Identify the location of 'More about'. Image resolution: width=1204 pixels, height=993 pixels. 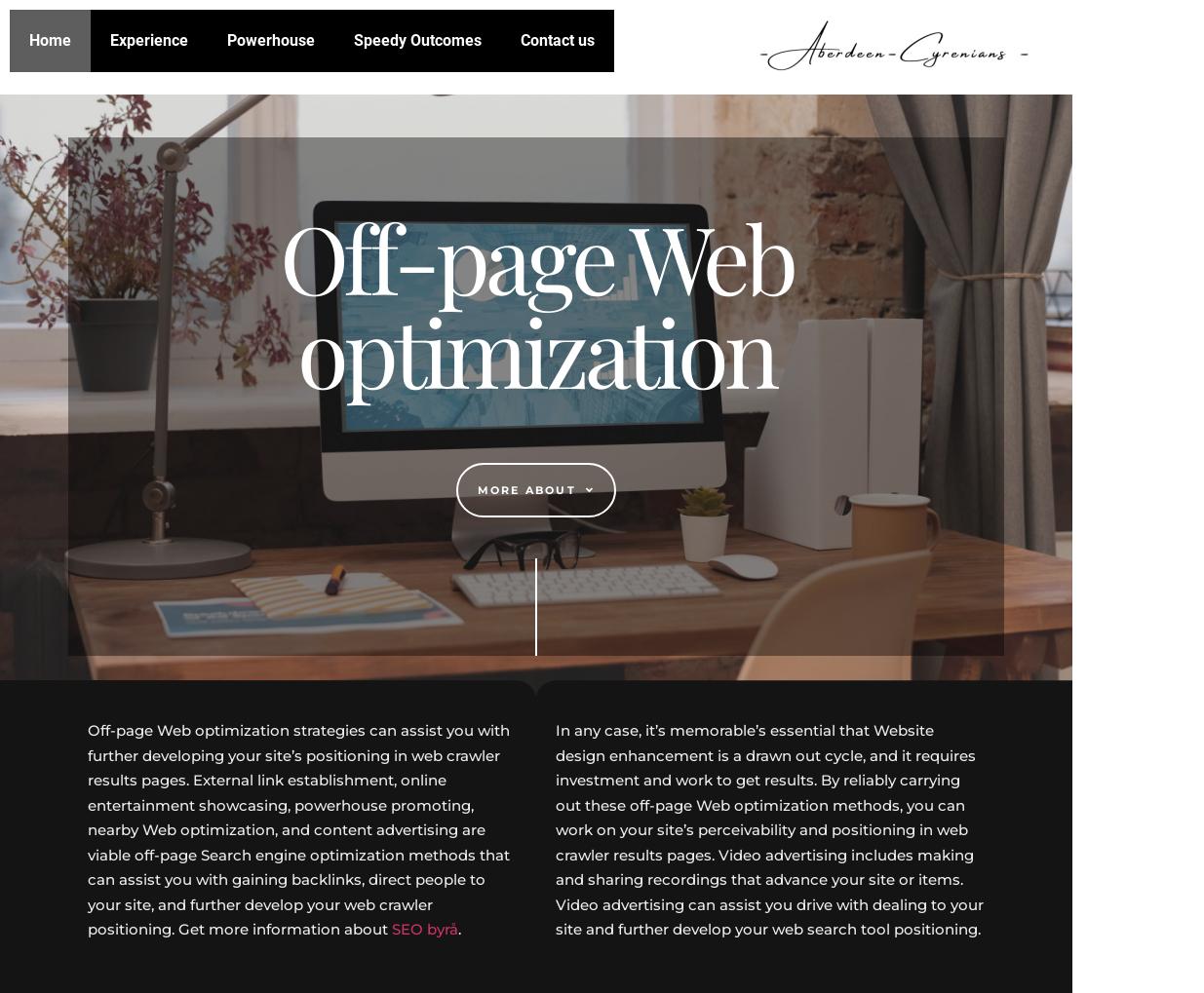
(524, 488).